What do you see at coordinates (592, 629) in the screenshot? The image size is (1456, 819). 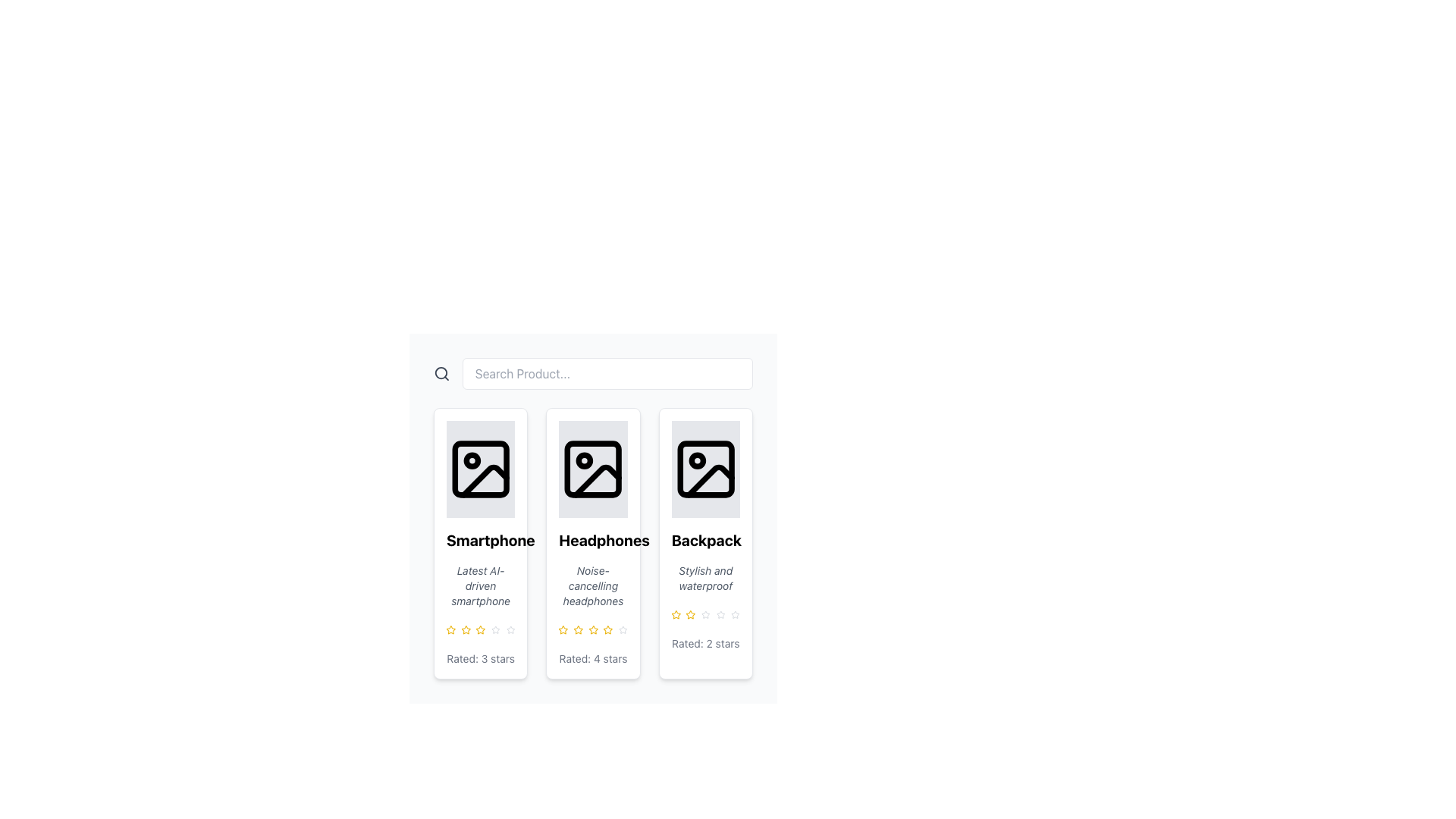 I see `the fourth yellow star icon in the Rating Star sequence on the Headphones product card` at bounding box center [592, 629].